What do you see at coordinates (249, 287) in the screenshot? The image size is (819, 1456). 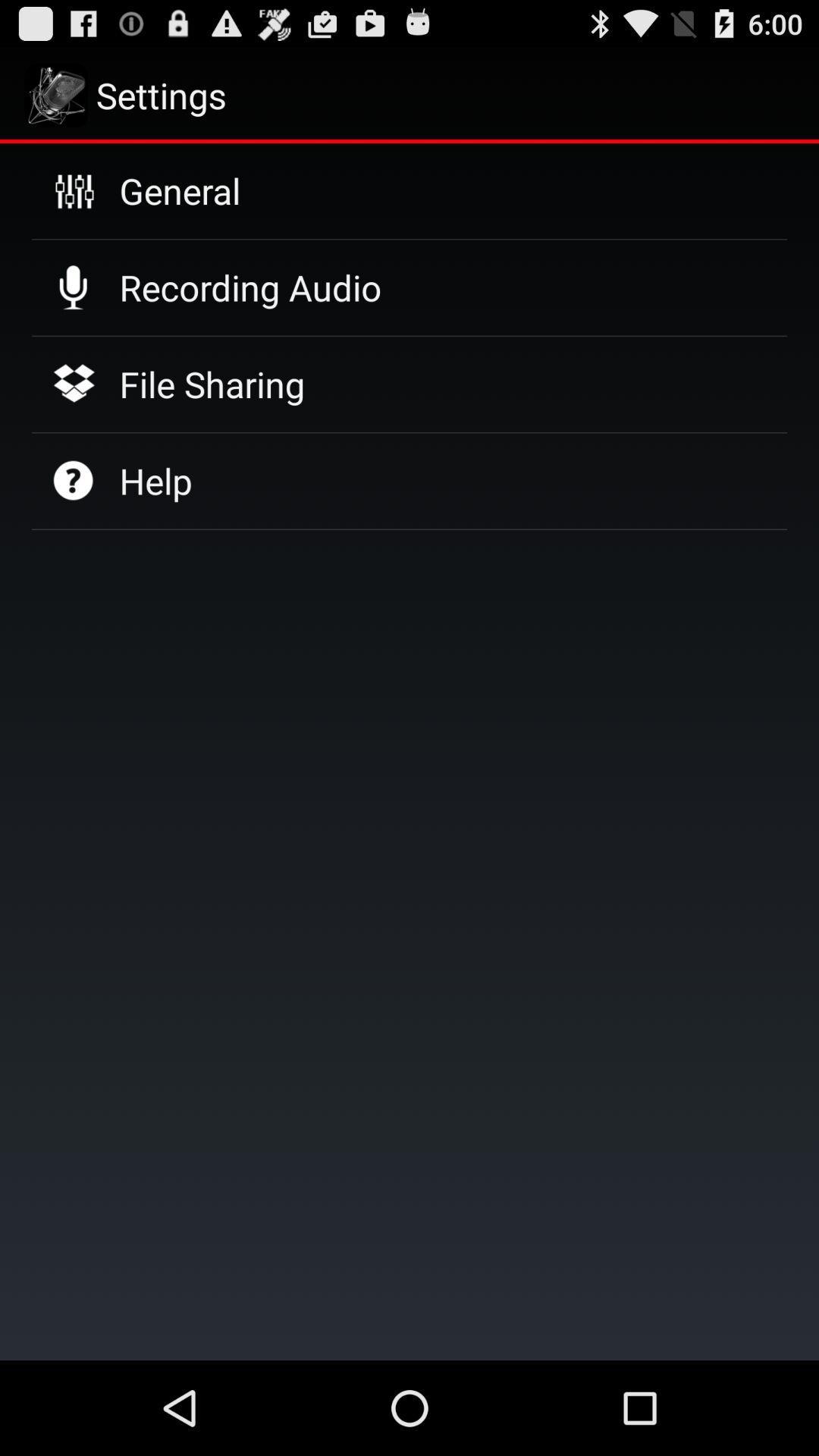 I see `icon above the file sharing` at bounding box center [249, 287].